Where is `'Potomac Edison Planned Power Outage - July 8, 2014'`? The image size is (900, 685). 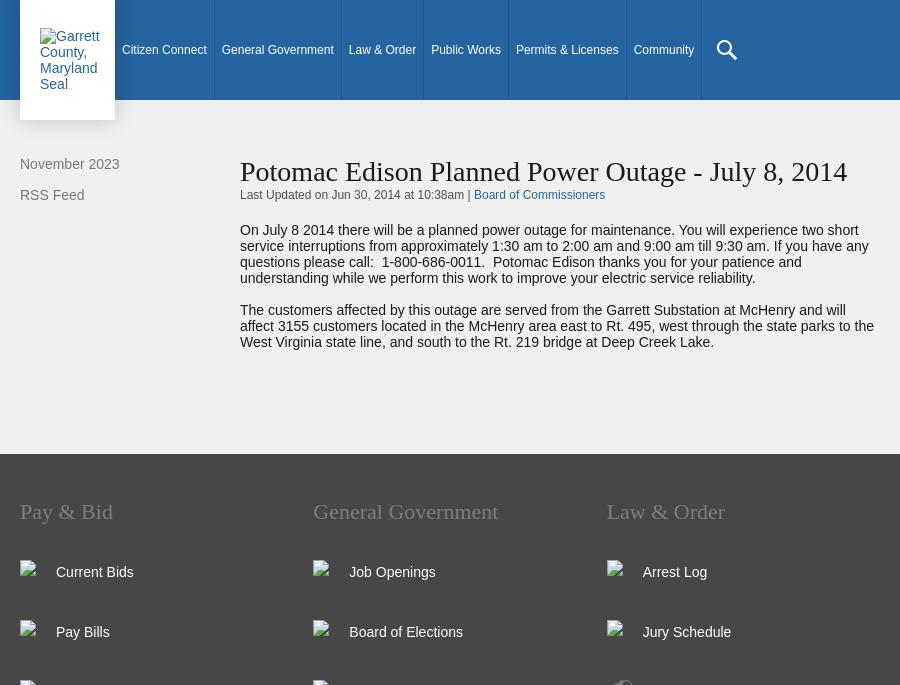 'Potomac Edison Planned Power Outage - July 8, 2014' is located at coordinates (542, 170).